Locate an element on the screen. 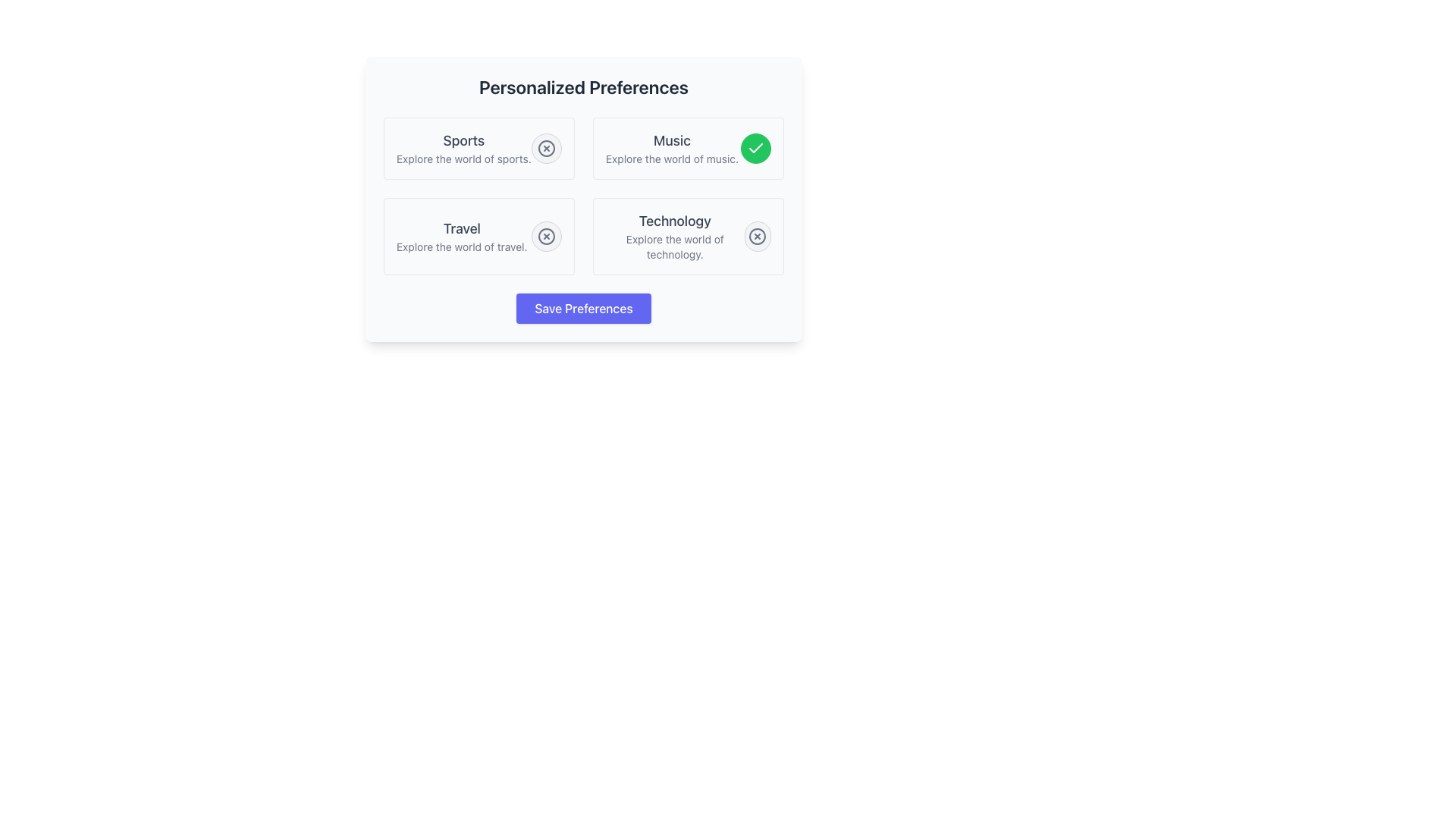 The height and width of the screenshot is (819, 1456). the Interactive Icon (deselection) with a gray outline and a cross in the center, located in the top right corner of the 'Sports' option box, to deselect the 'Sports' preference is located at coordinates (546, 149).